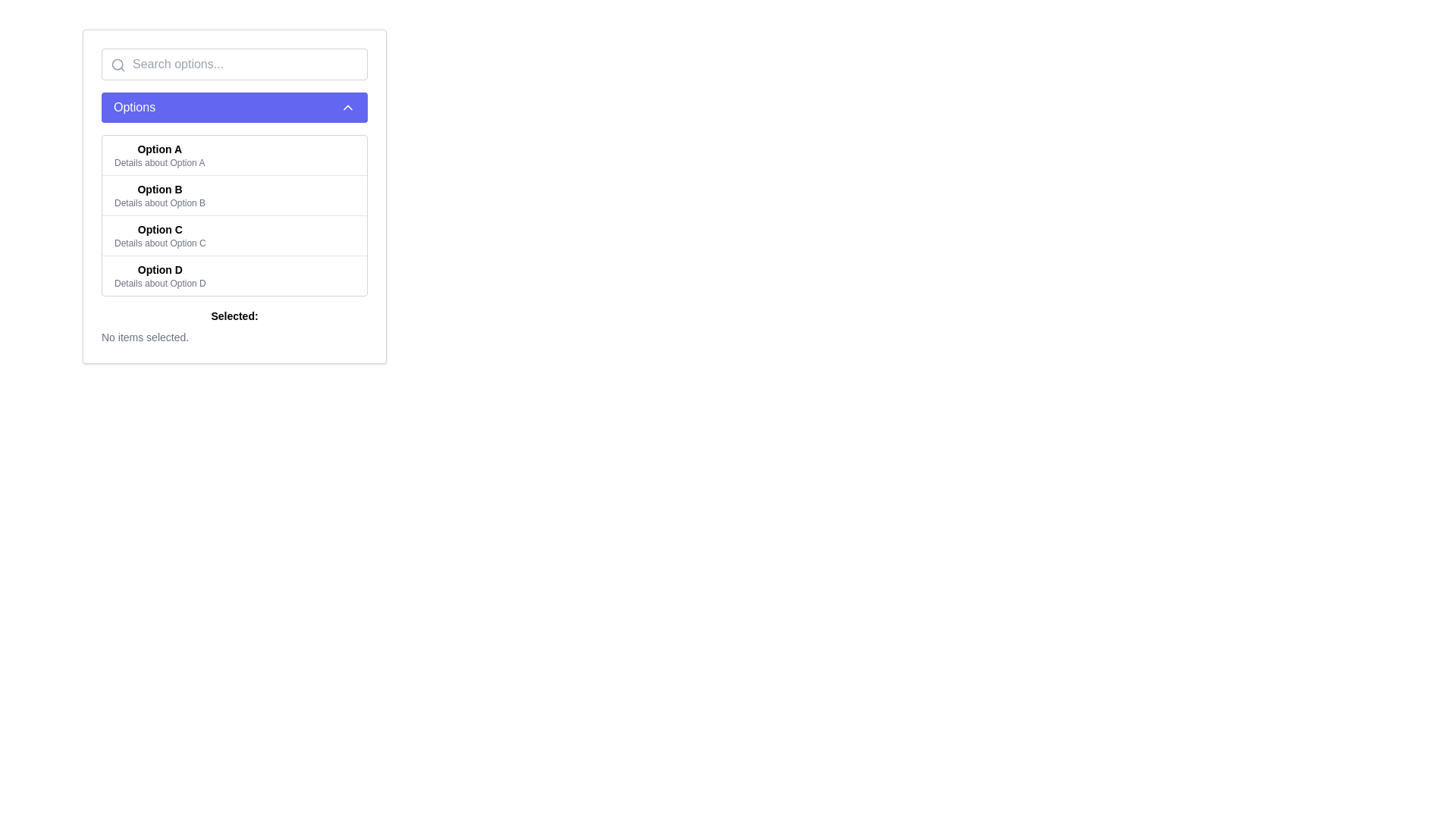 This screenshot has height=819, width=1456. What do you see at coordinates (118, 64) in the screenshot?
I see `the magnifying glass icon located in the top-left corner of the 'Search options...' input field` at bounding box center [118, 64].